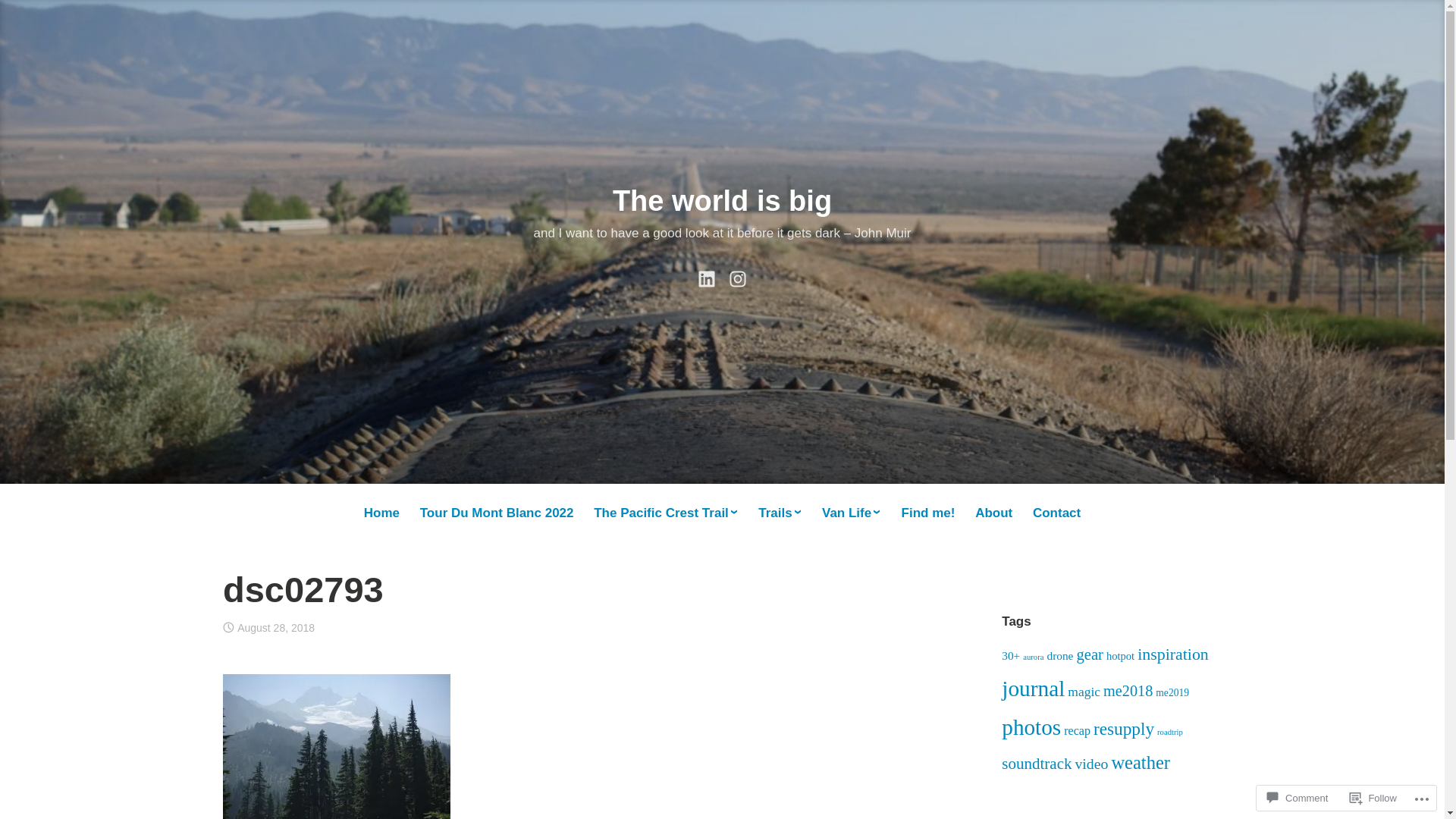 Image resolution: width=1456 pixels, height=819 pixels. What do you see at coordinates (1090, 763) in the screenshot?
I see `'video'` at bounding box center [1090, 763].